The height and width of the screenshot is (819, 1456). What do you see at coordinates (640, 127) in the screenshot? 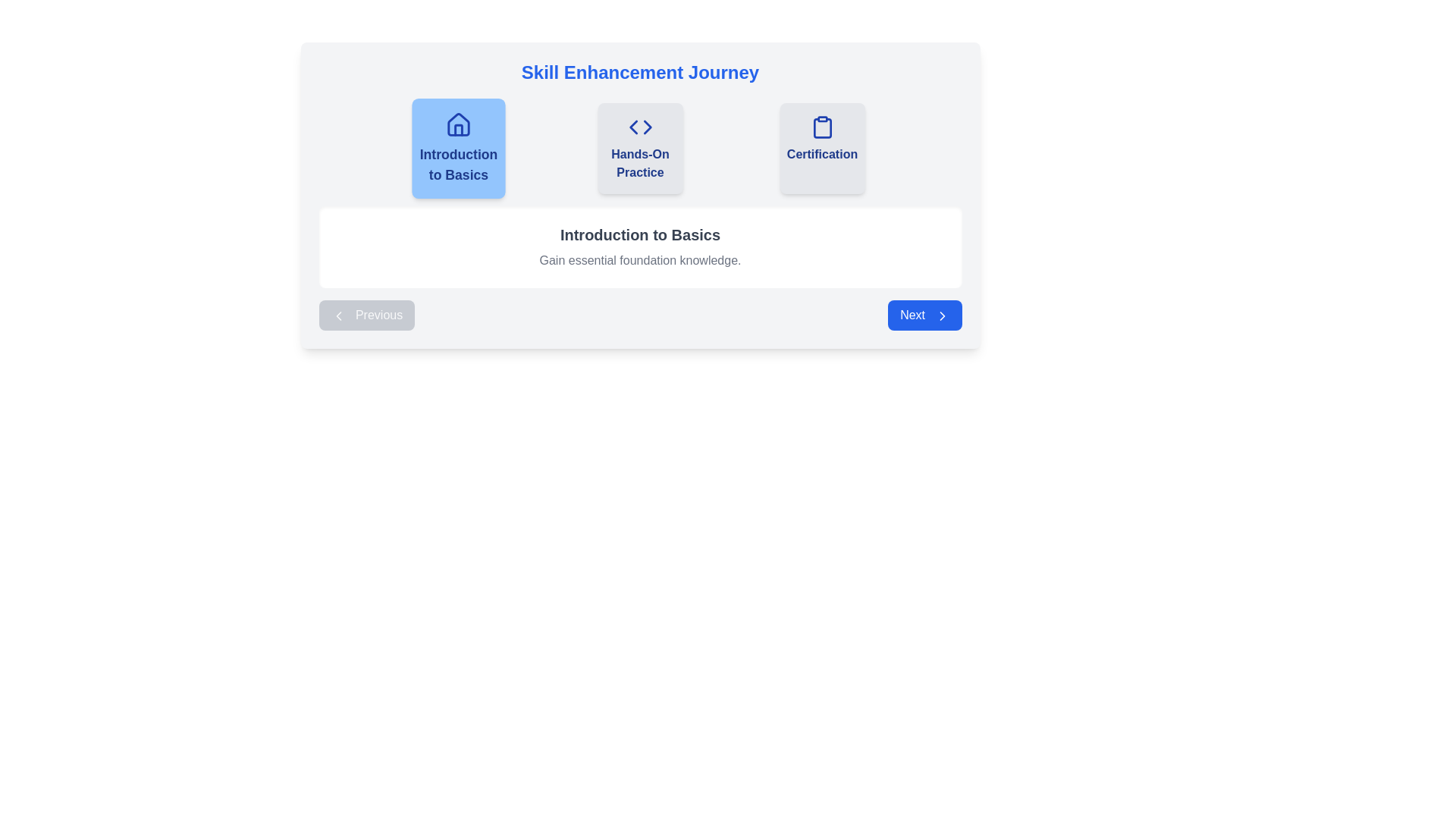
I see `the blue vector icon representing a pair of angled brackets (<>), which is centrally located within the 'Hands-On Practice' section of the interface` at bounding box center [640, 127].